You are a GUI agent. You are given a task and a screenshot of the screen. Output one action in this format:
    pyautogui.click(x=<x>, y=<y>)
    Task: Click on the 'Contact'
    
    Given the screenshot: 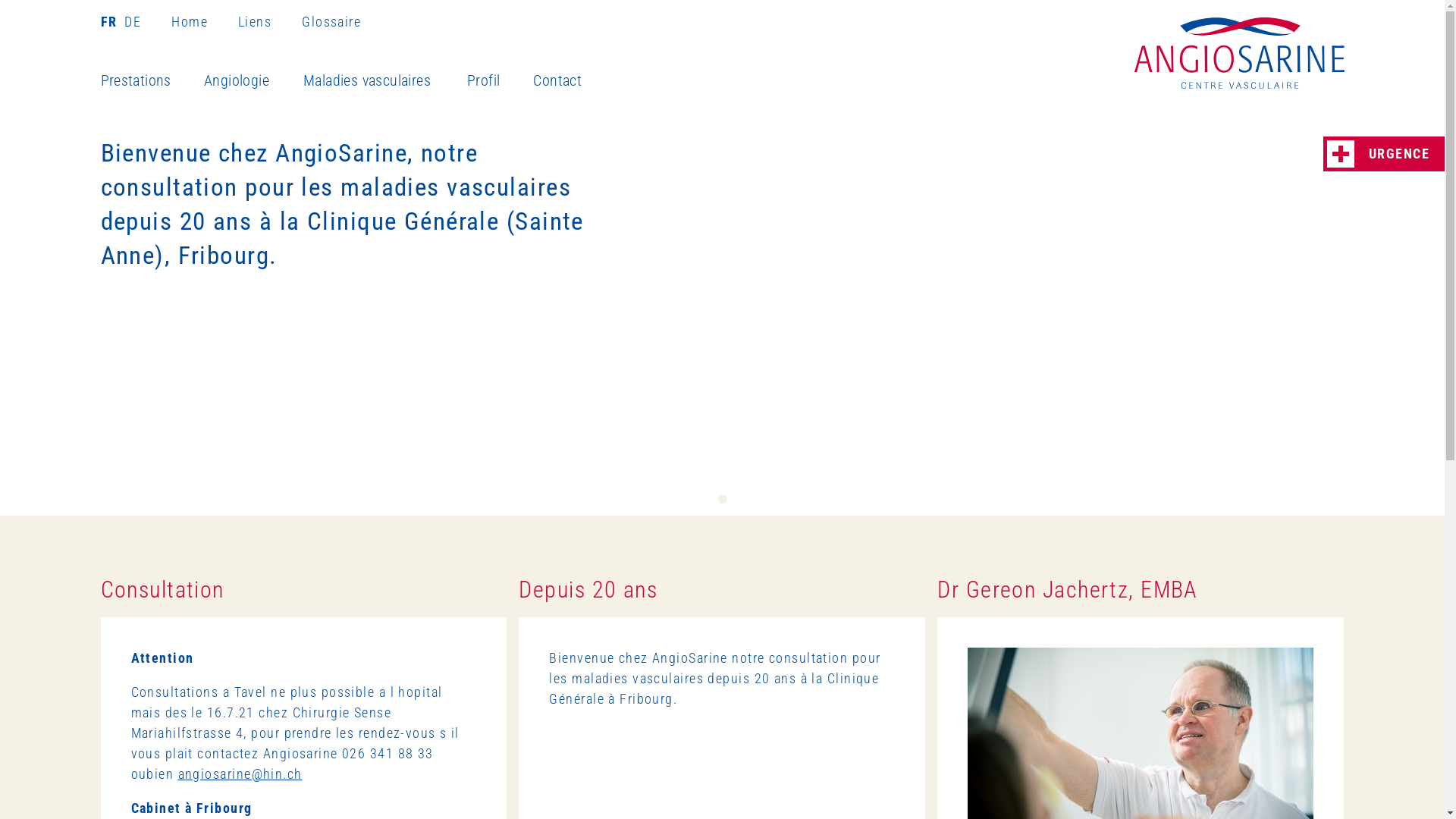 What is the action you would take?
    pyautogui.click(x=571, y=81)
    